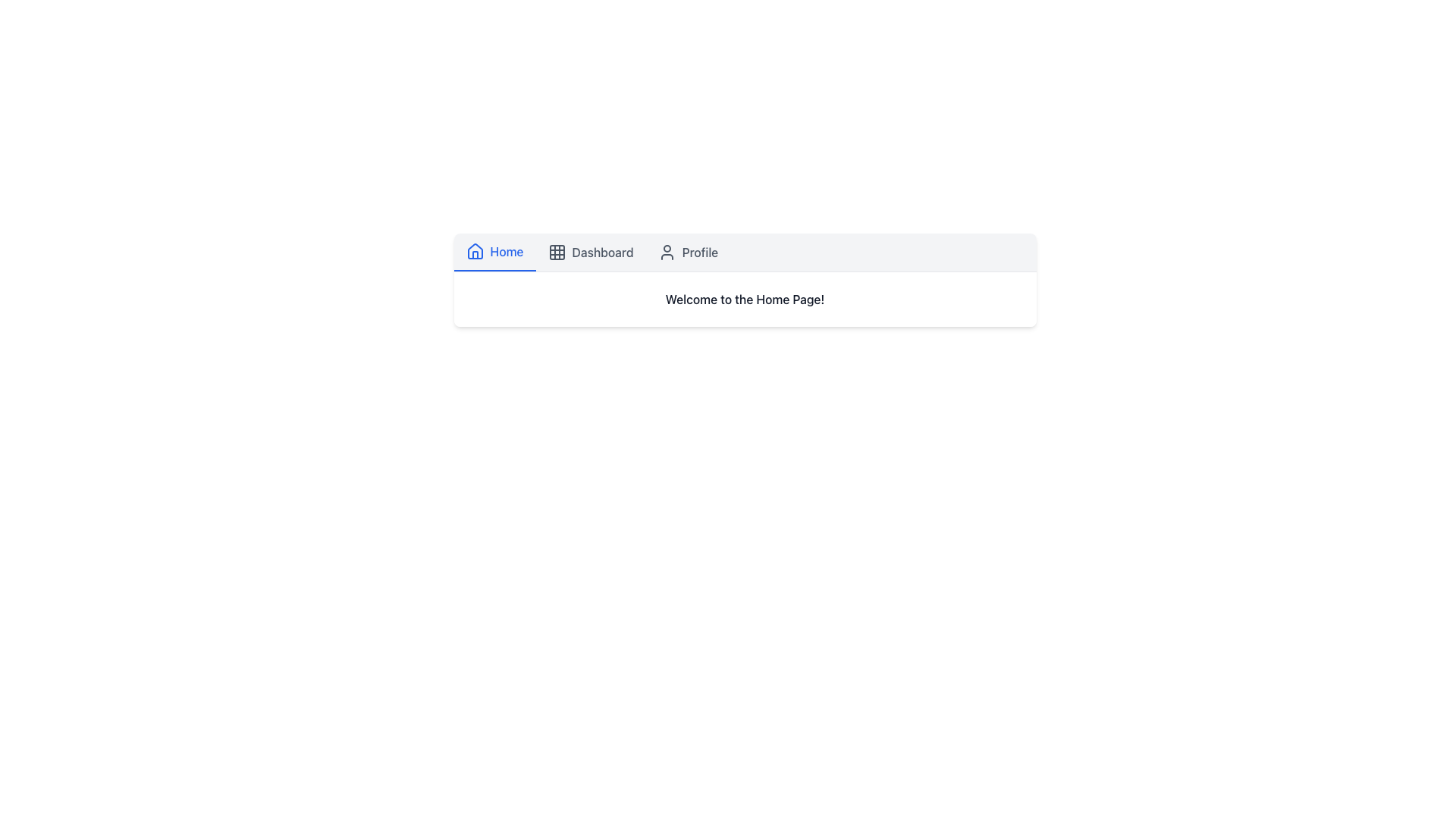  Describe the element at coordinates (556, 251) in the screenshot. I see `the top-left square icon in the grid-style navigation menu next to the 'Dashboard' tab` at that location.